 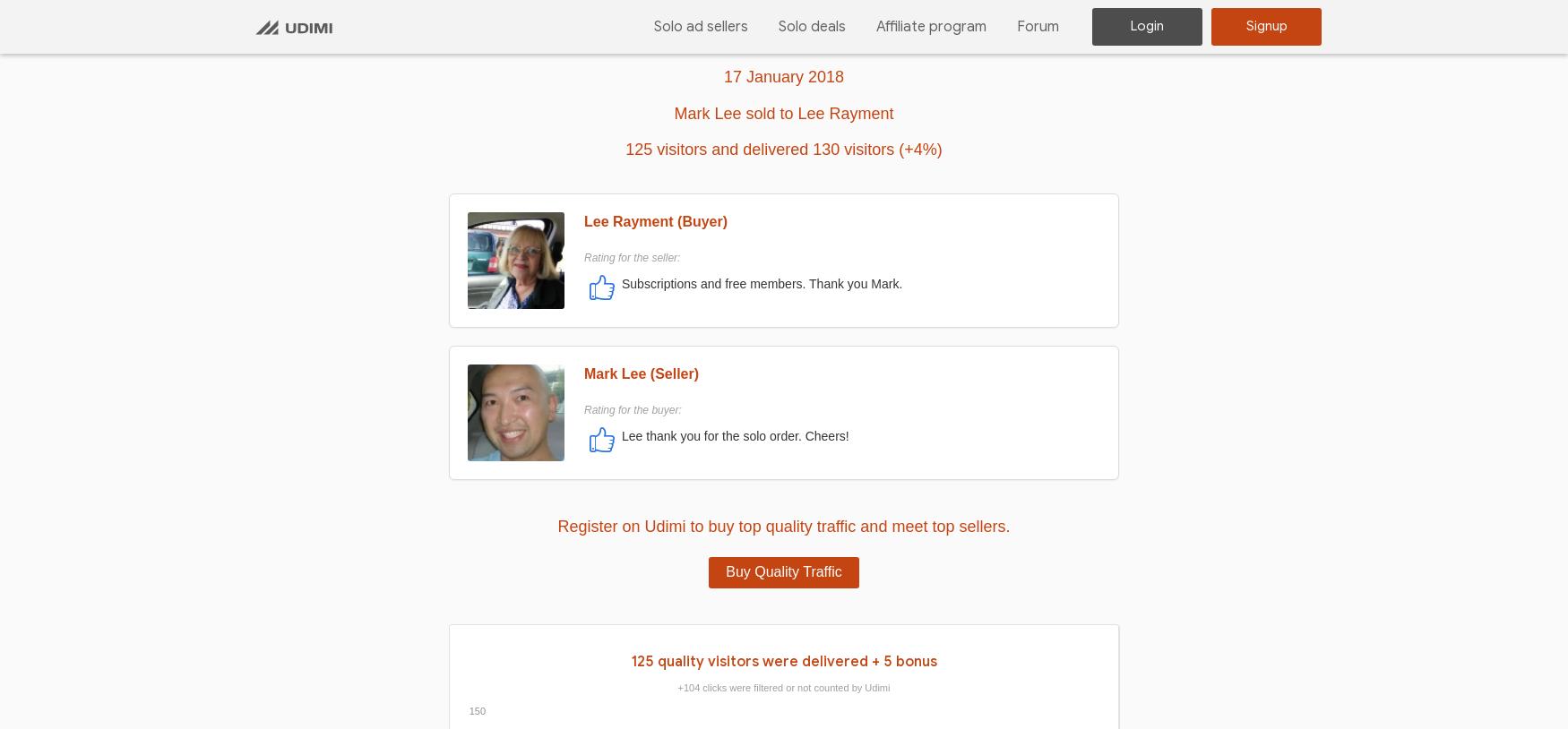 I want to click on 'Solo ad sellers', so click(x=700, y=24).